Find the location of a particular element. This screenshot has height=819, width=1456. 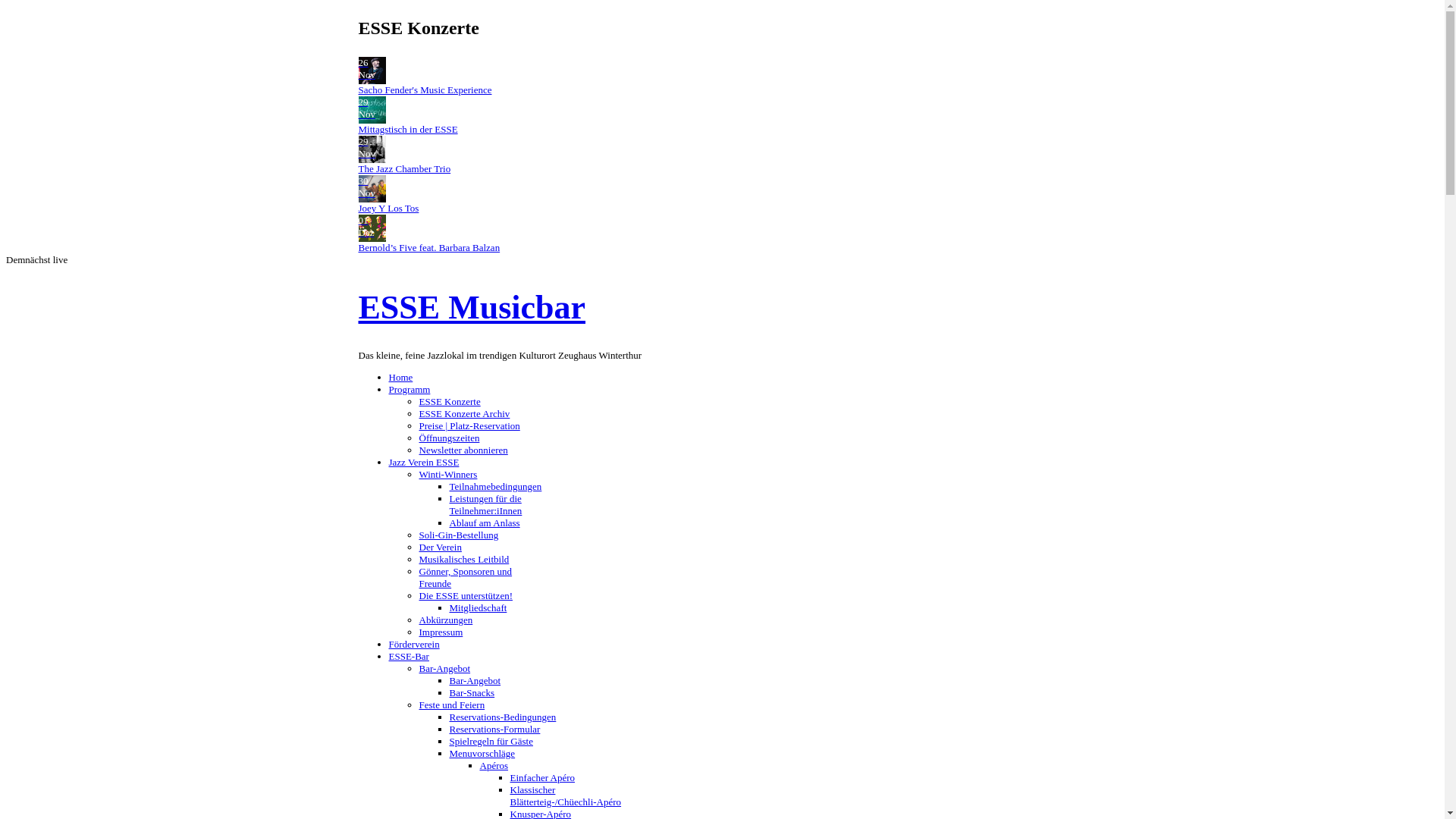

'29 is located at coordinates (720, 155).